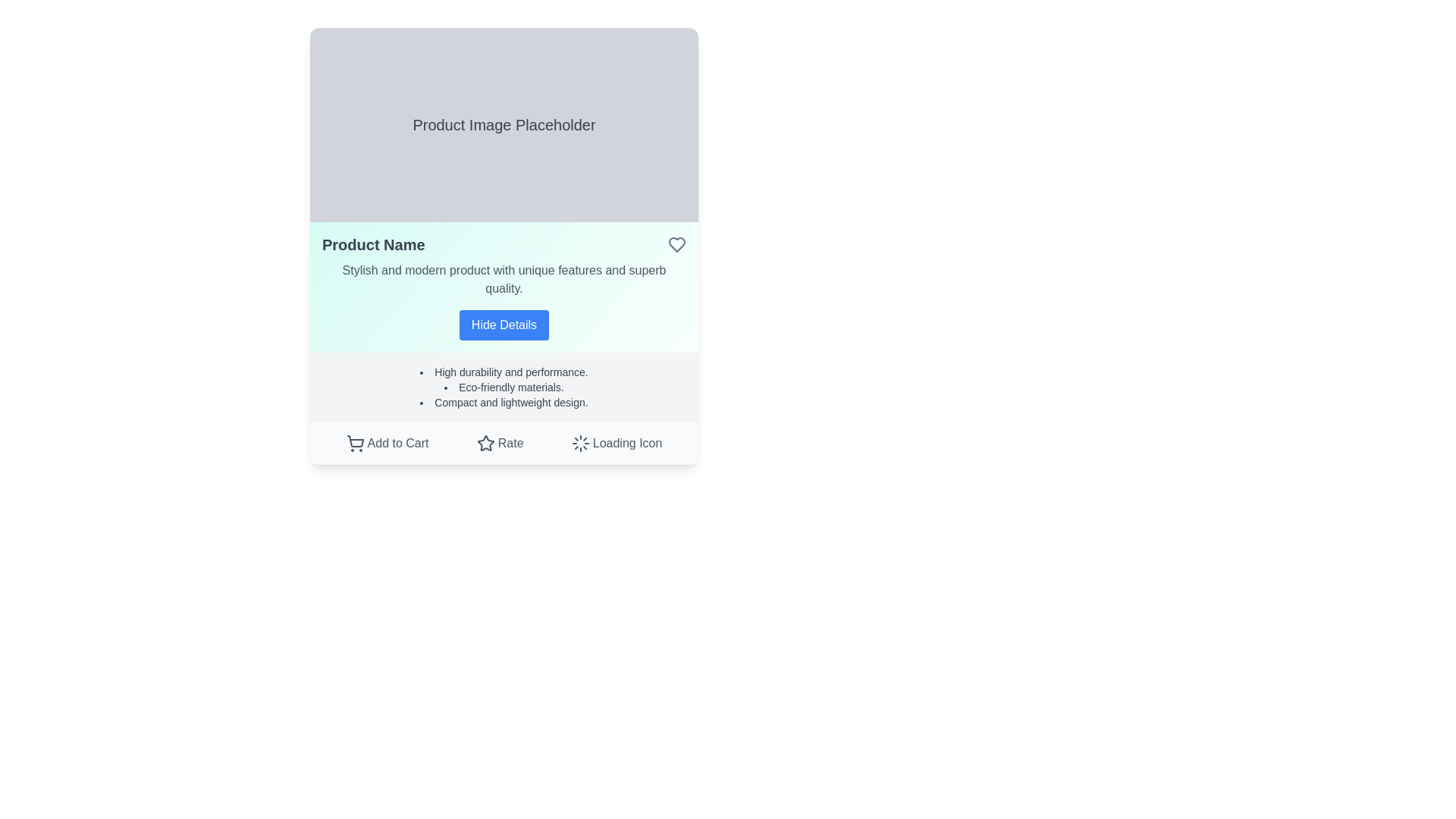  Describe the element at coordinates (504, 386) in the screenshot. I see `the List Component that displays key features or highlights of a product, located directly below the 'Hide Details' button and above the 'Add to Cart' and 'Rate' buttons` at that location.